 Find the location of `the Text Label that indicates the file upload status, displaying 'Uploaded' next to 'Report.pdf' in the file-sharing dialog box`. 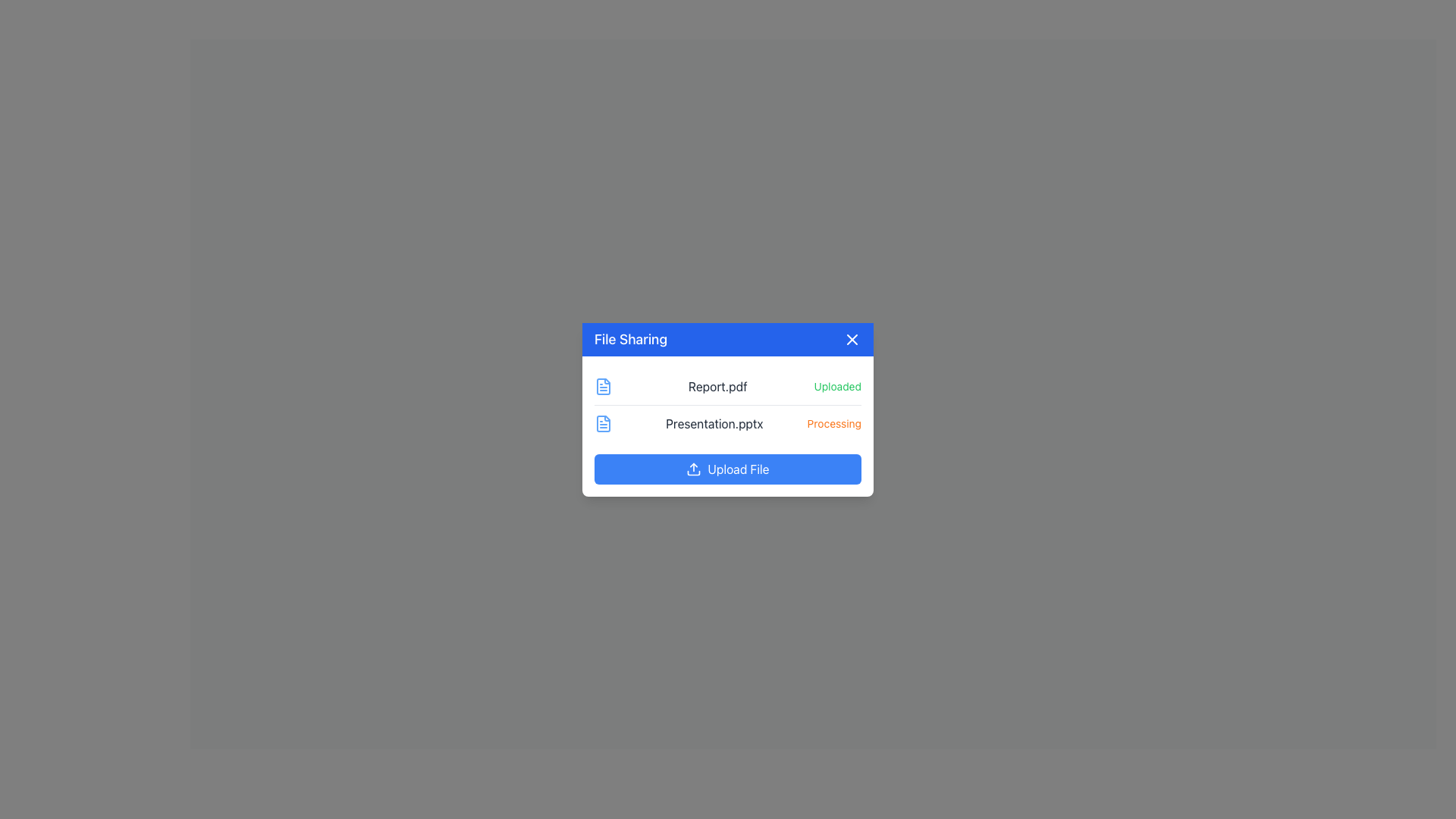

the Text Label that indicates the file upload status, displaying 'Uploaded' next to 'Report.pdf' in the file-sharing dialog box is located at coordinates (836, 385).